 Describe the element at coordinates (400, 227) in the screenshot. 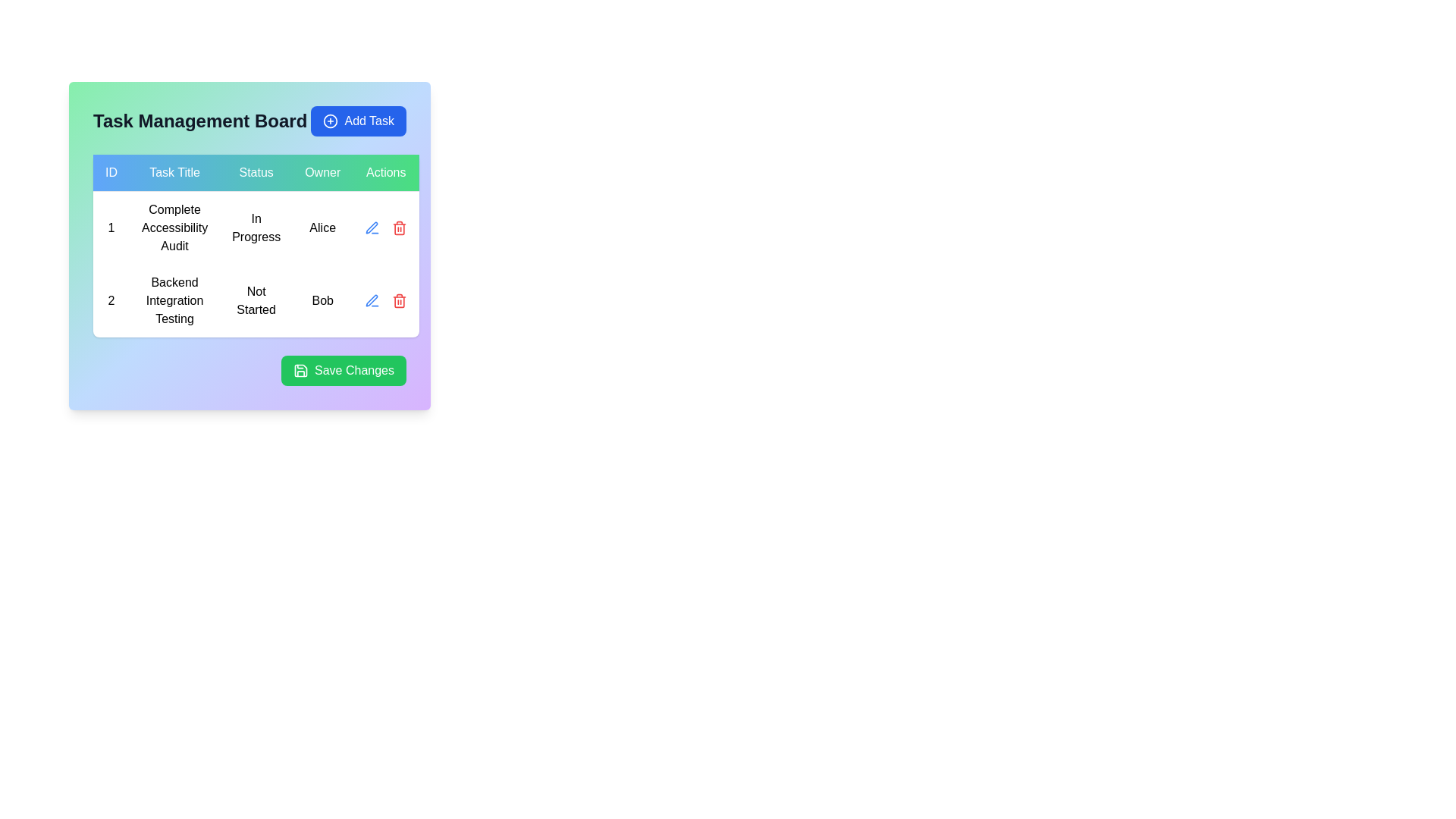

I see `the clickable icon, represented by a trash can symbol, located in the 'Actions' column of the table` at that location.